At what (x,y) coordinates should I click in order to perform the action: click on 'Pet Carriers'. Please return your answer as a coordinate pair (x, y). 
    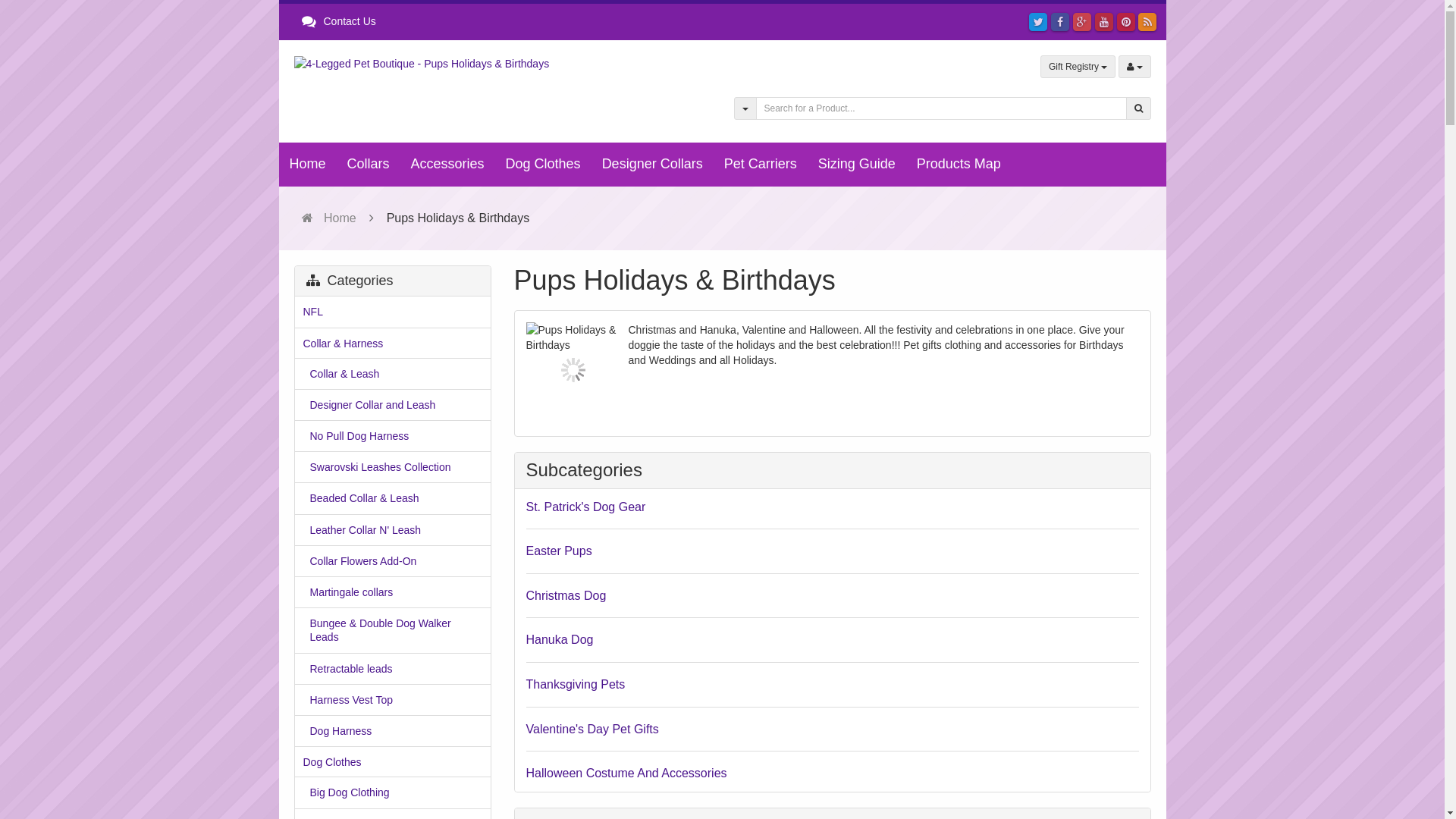
    Looking at the image, I should click on (761, 164).